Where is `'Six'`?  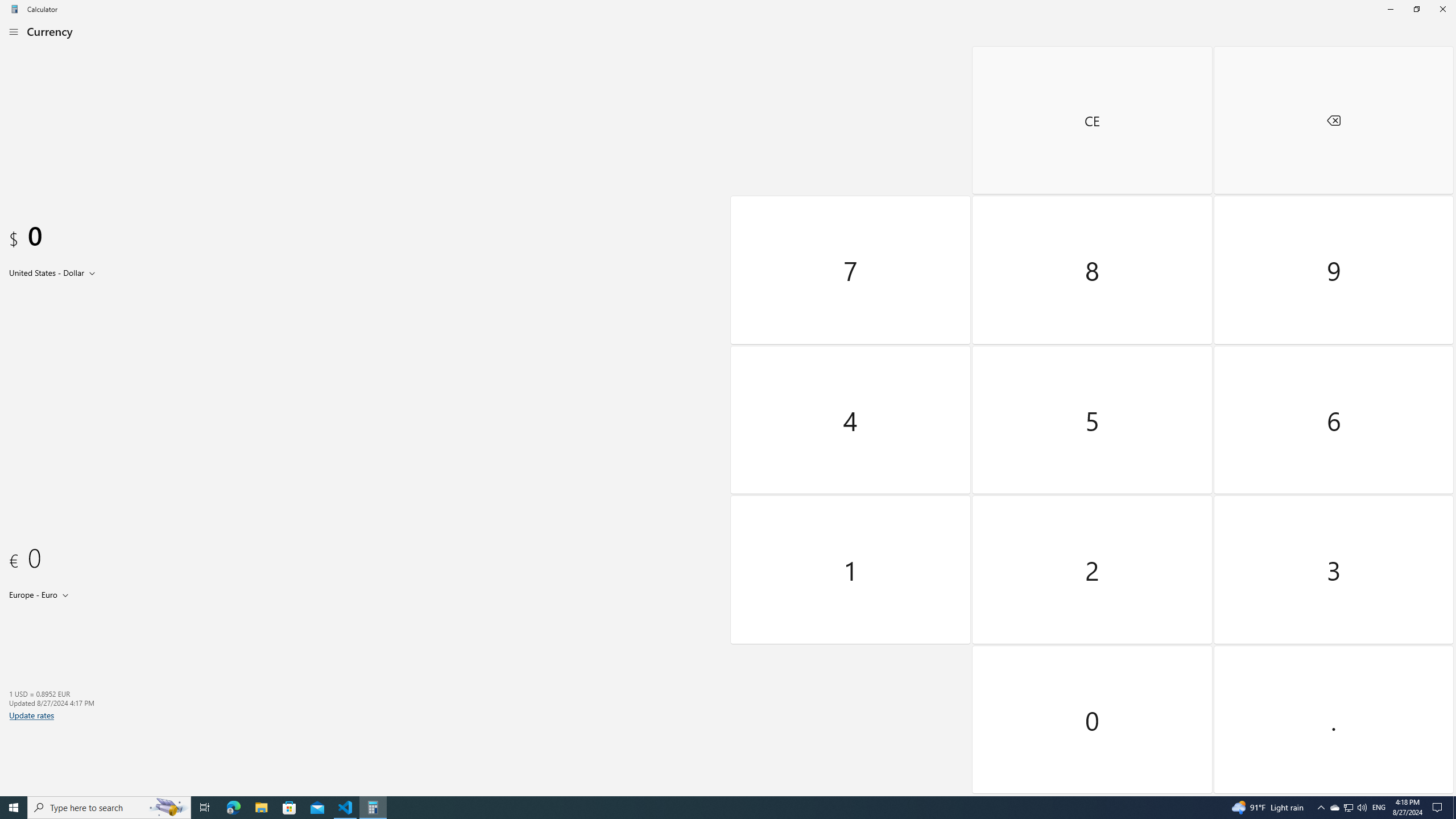 'Six' is located at coordinates (1333, 419).